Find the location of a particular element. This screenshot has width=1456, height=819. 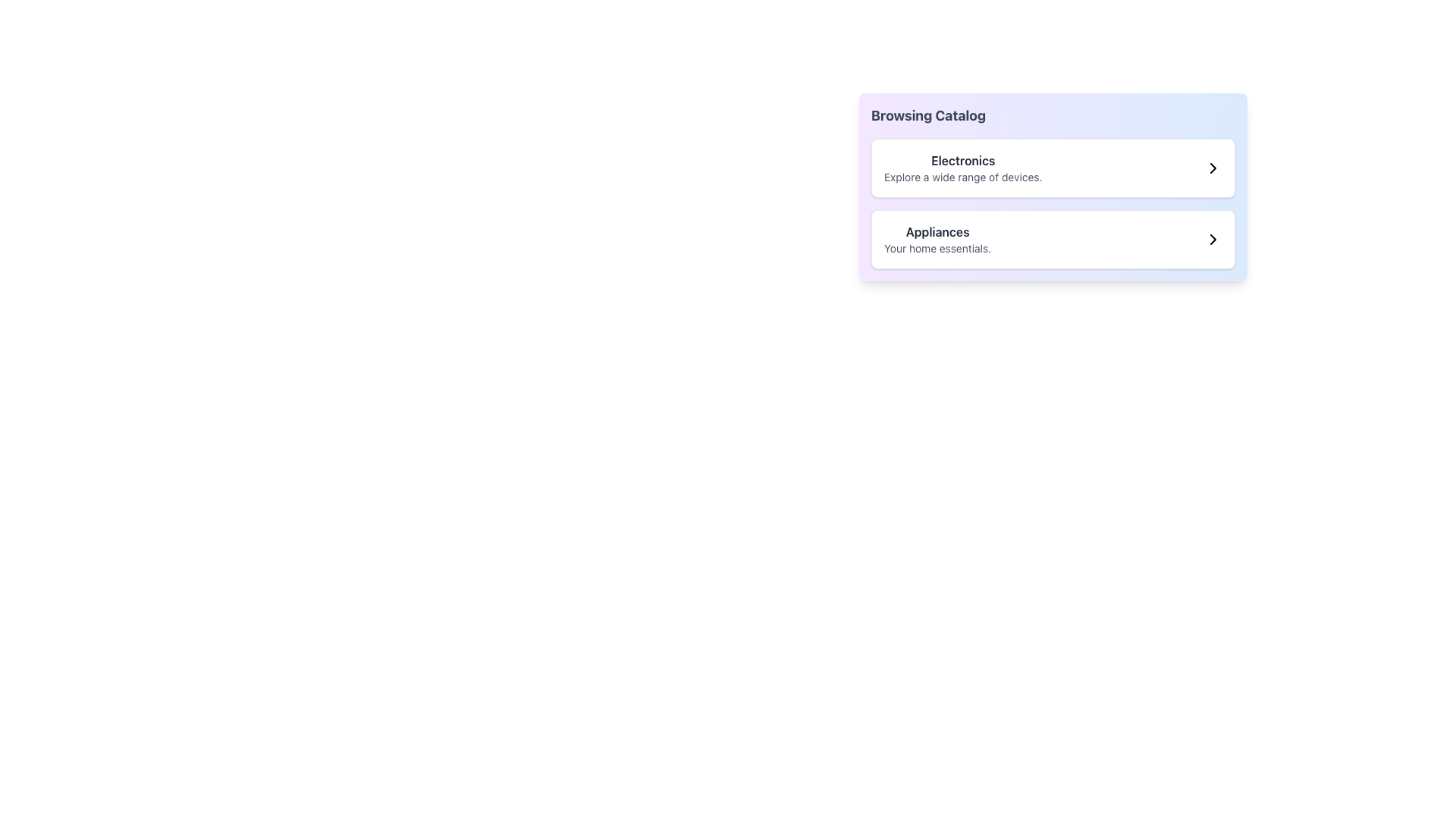

the Chevron Icon located at the far-right edge of the 'Electronics' card is located at coordinates (1212, 168).